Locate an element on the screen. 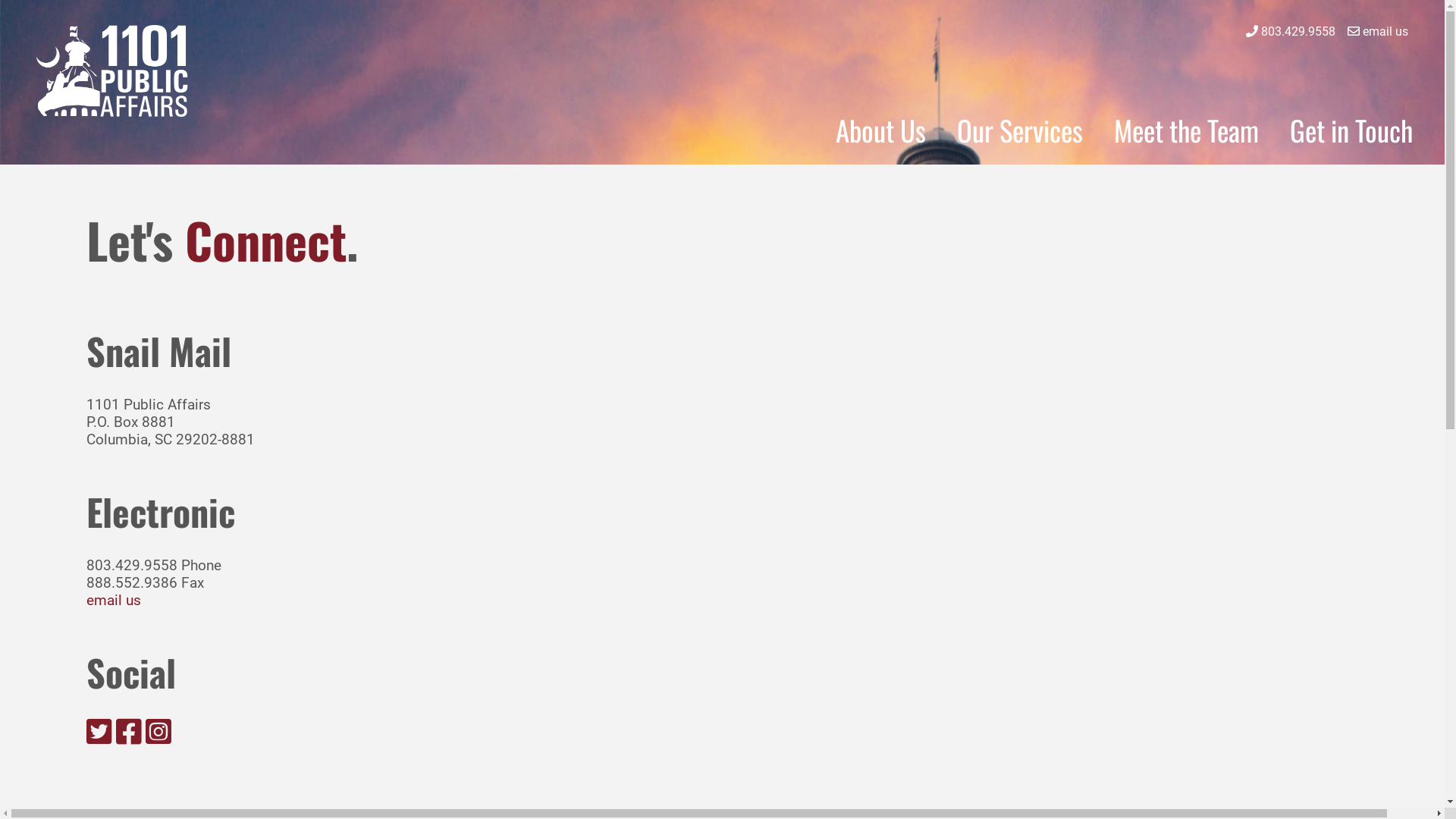 This screenshot has width=1456, height=819. 'Get in Touch' is located at coordinates (1351, 129).